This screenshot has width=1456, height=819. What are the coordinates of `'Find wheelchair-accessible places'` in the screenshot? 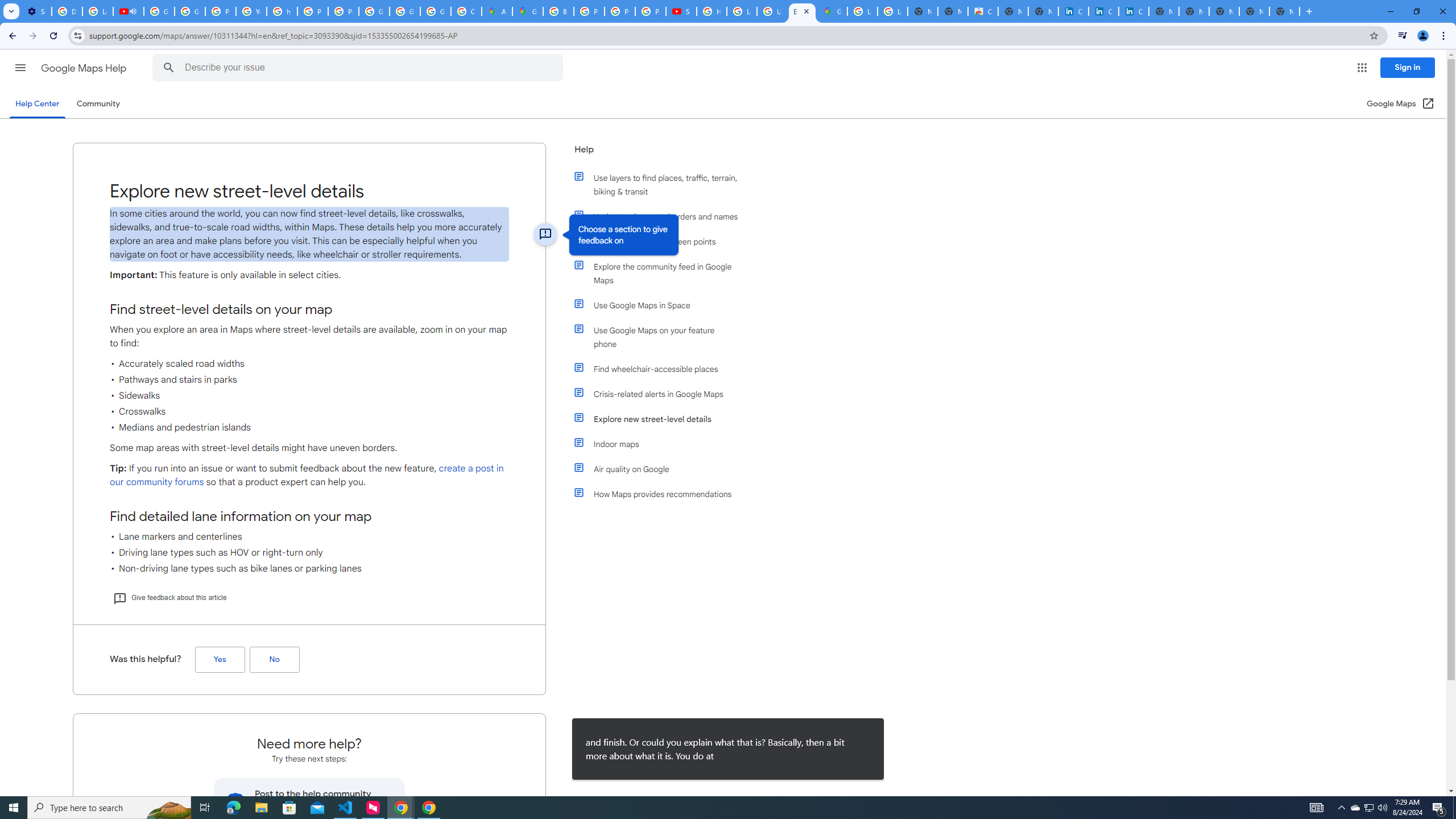 It's located at (661, 368).